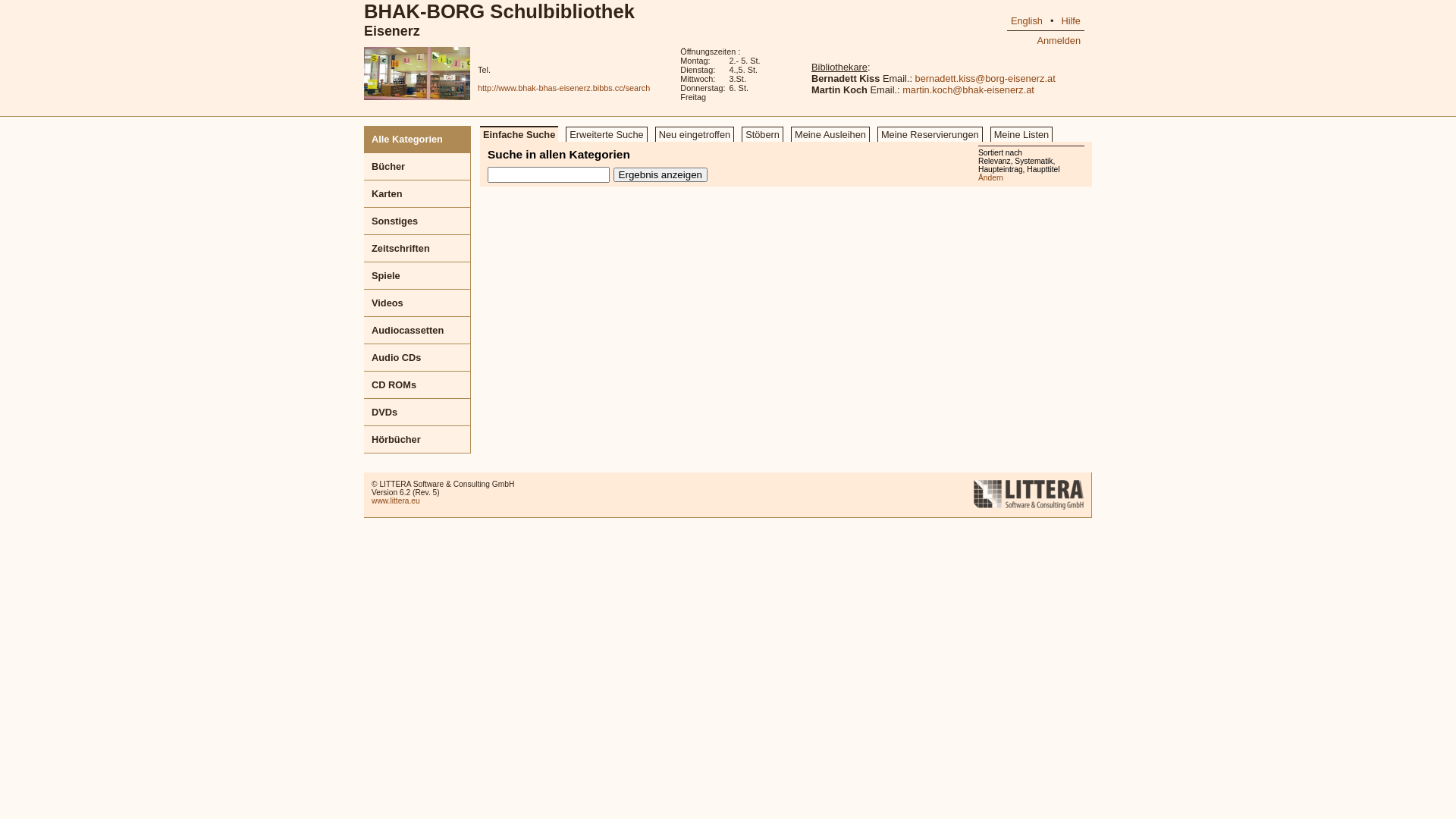  Describe the element at coordinates (694, 133) in the screenshot. I see `'Neu eingetroffen'` at that location.